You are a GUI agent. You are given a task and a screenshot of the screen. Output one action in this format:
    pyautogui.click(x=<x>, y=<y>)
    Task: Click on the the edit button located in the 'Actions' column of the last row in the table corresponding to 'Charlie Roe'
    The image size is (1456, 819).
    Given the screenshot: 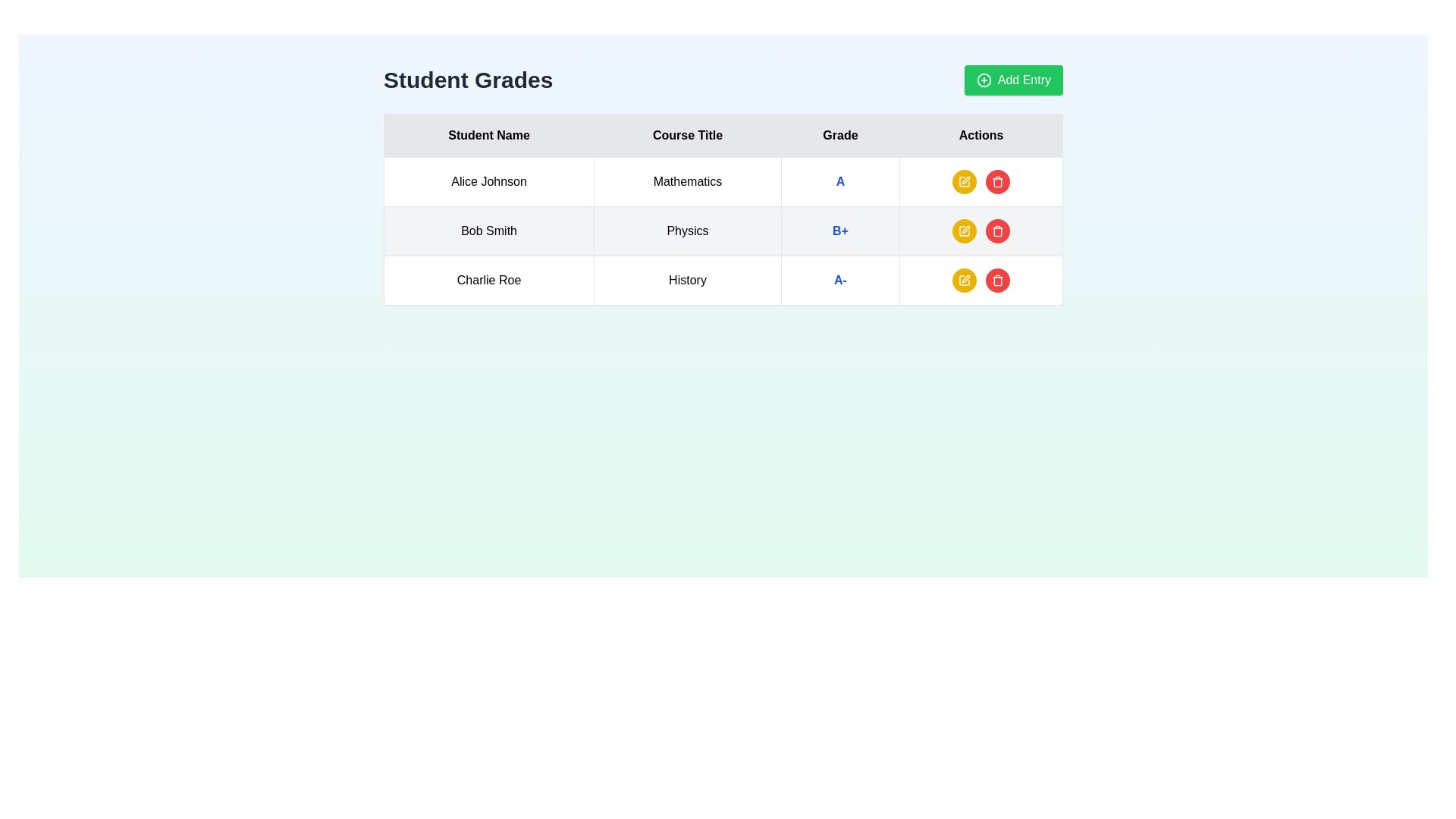 What is the action you would take?
    pyautogui.click(x=964, y=281)
    